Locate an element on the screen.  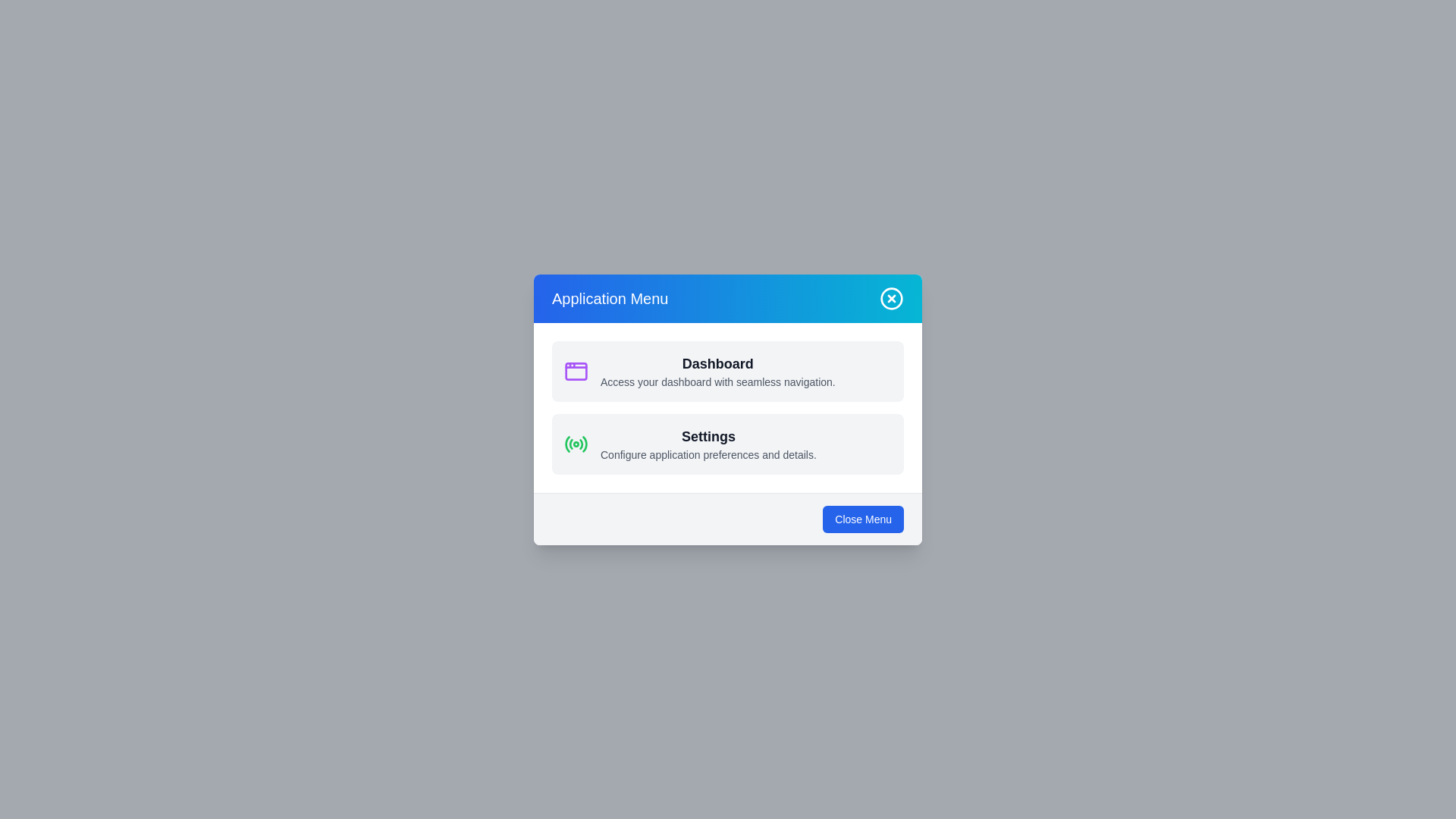
the 'Close Menu' button to close the menu is located at coordinates (863, 518).